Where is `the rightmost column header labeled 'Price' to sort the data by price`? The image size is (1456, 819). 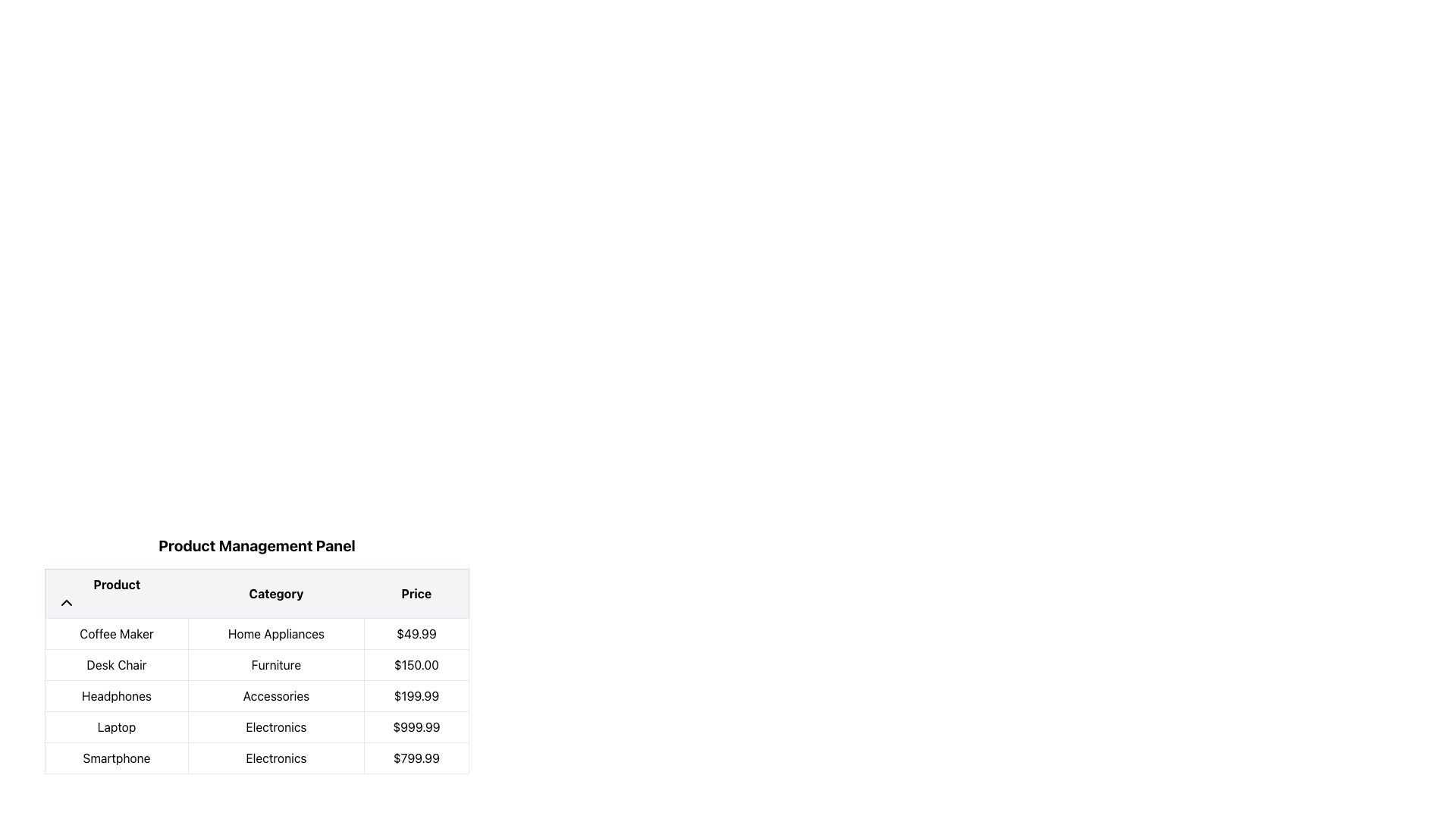 the rightmost column header labeled 'Price' to sort the data by price is located at coordinates (416, 593).